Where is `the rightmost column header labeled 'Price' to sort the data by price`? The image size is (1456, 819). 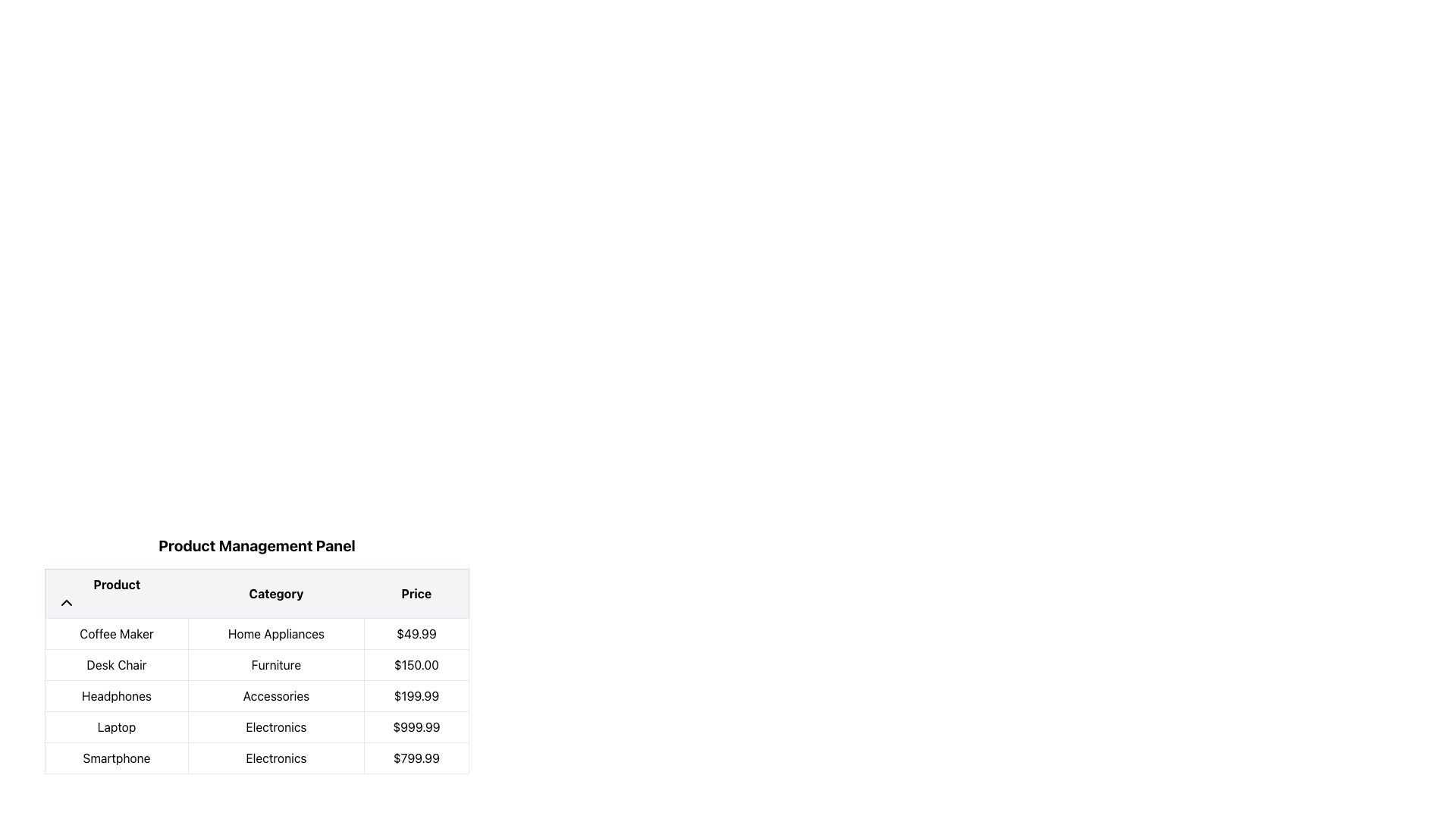 the rightmost column header labeled 'Price' to sort the data by price is located at coordinates (416, 593).